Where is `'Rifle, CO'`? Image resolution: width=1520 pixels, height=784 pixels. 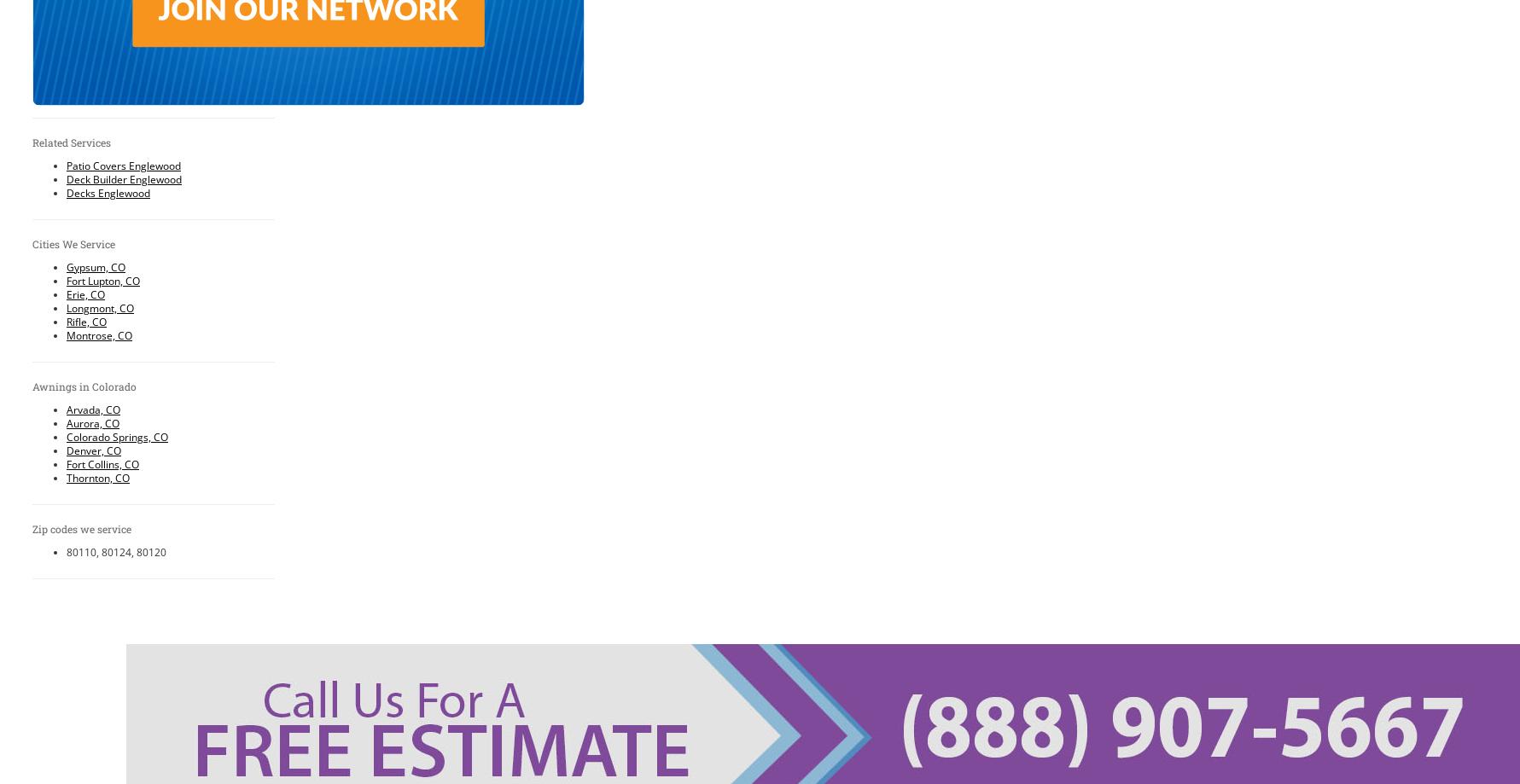 'Rifle, CO' is located at coordinates (85, 321).